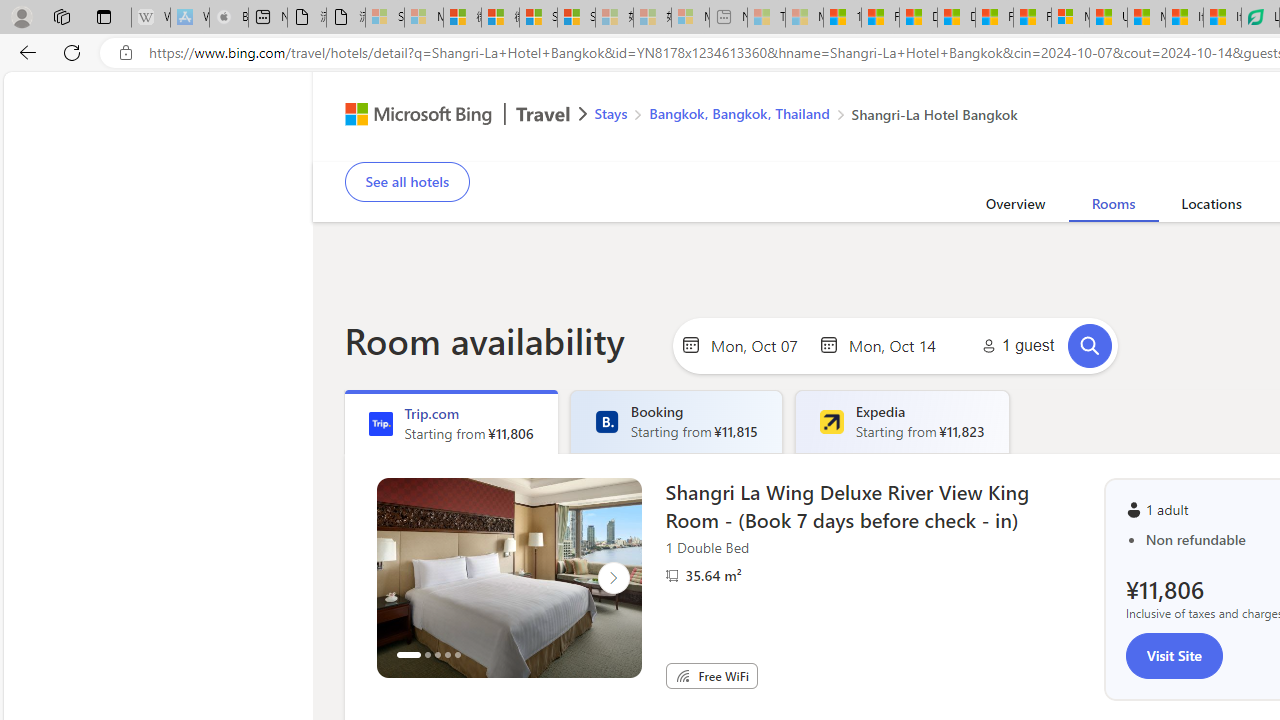 Image resolution: width=1280 pixels, height=720 pixels. Describe the element at coordinates (422, 17) in the screenshot. I see `'Microsoft Services Agreement - Sleeping'` at that location.